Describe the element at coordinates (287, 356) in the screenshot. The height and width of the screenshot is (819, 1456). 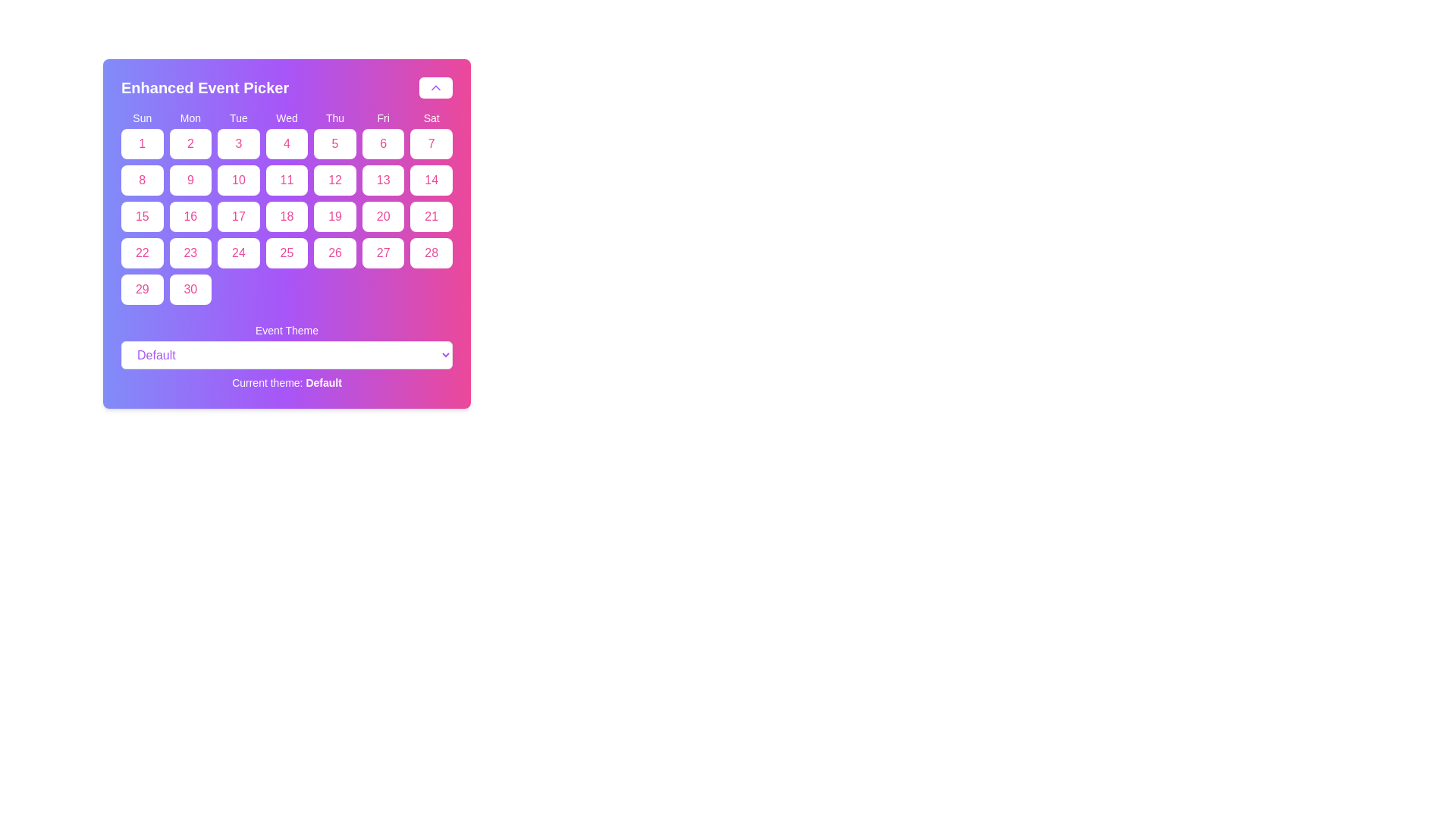
I see `the 'Event Theme' dropdown interface` at that location.